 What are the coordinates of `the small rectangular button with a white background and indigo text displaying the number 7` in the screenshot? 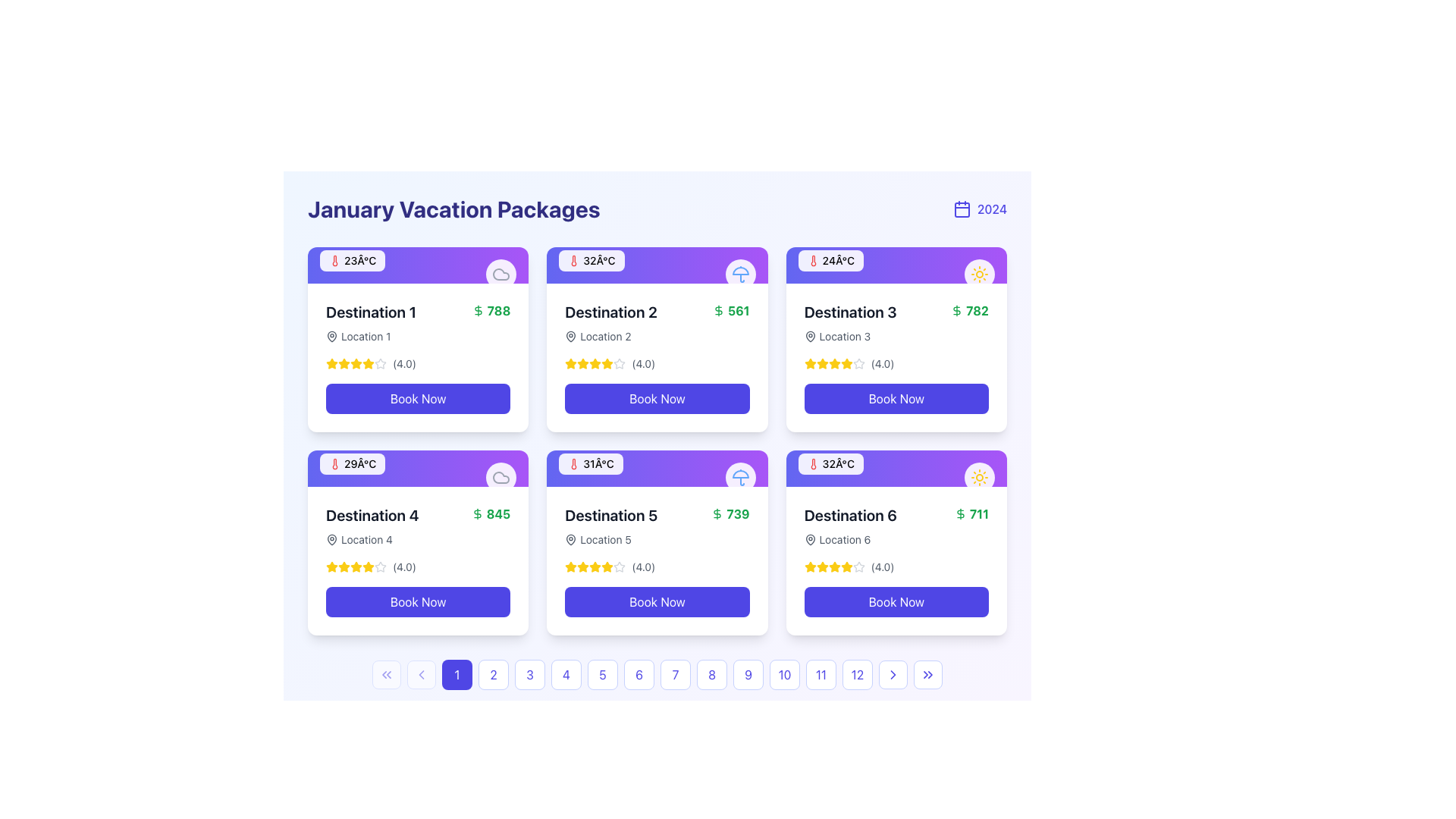 It's located at (675, 674).